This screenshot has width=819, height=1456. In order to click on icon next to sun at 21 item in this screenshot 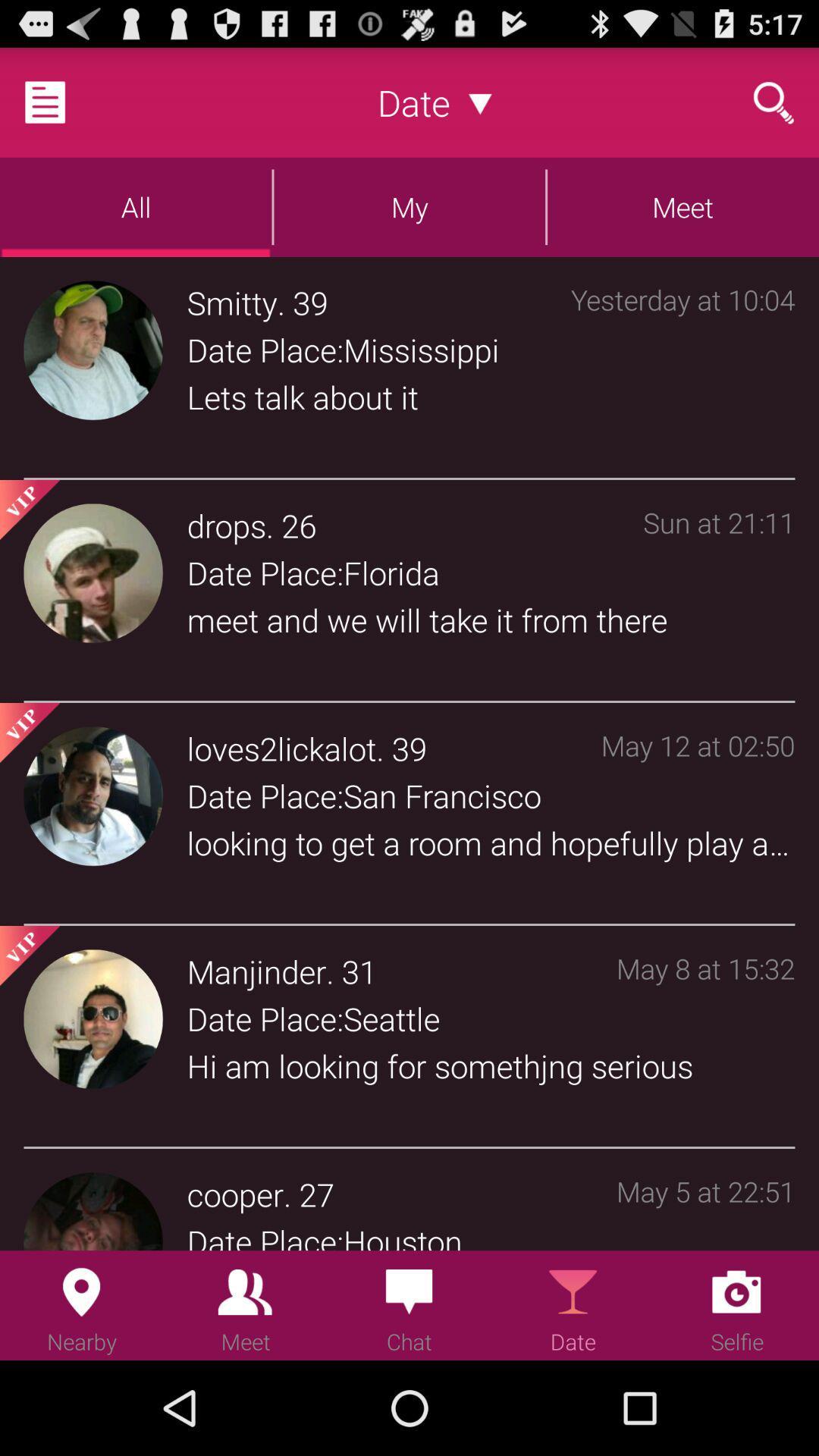, I will do `click(299, 525)`.